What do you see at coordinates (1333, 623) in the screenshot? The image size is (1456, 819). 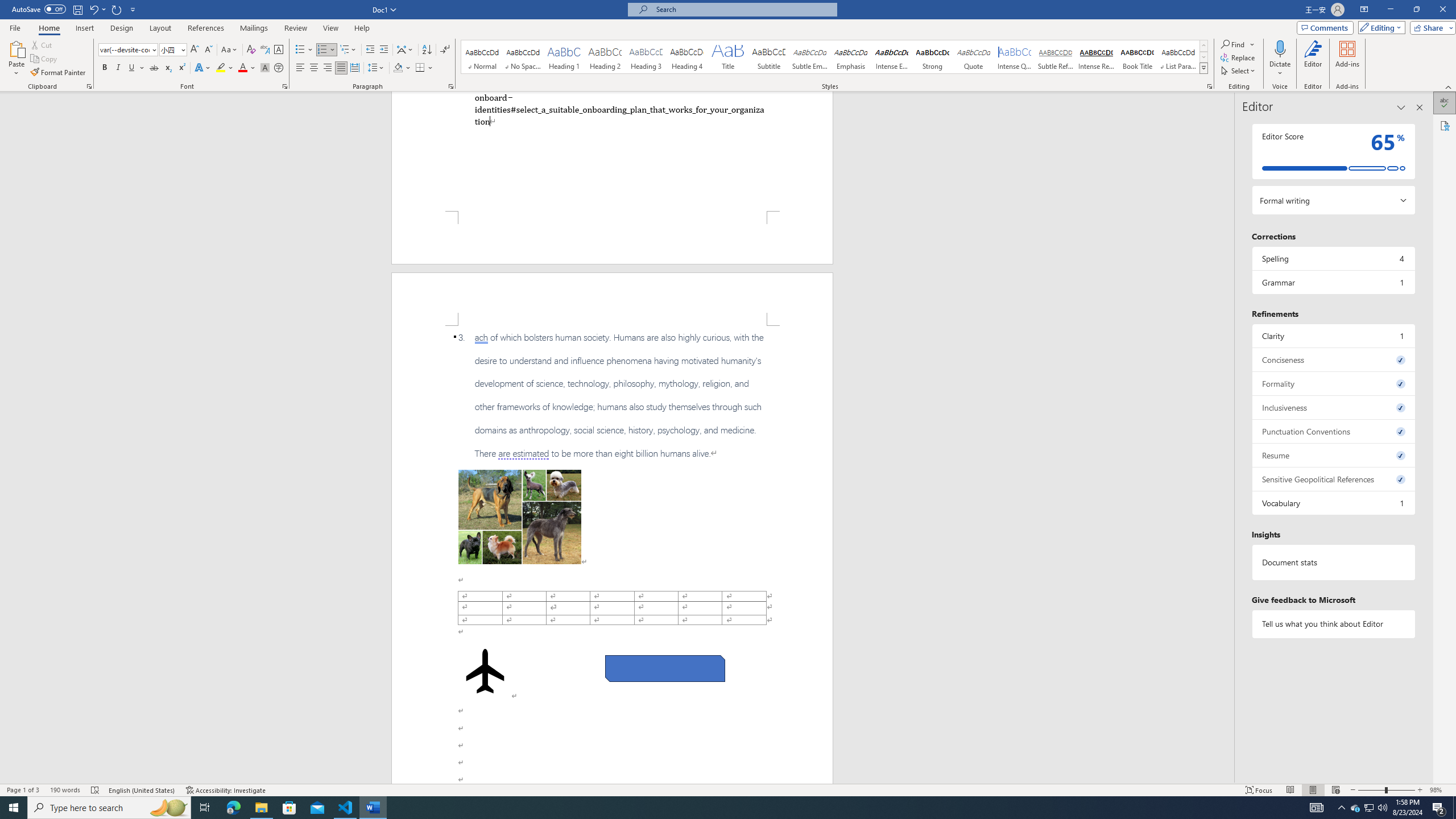 I see `'Tell us what you think about Editor'` at bounding box center [1333, 623].